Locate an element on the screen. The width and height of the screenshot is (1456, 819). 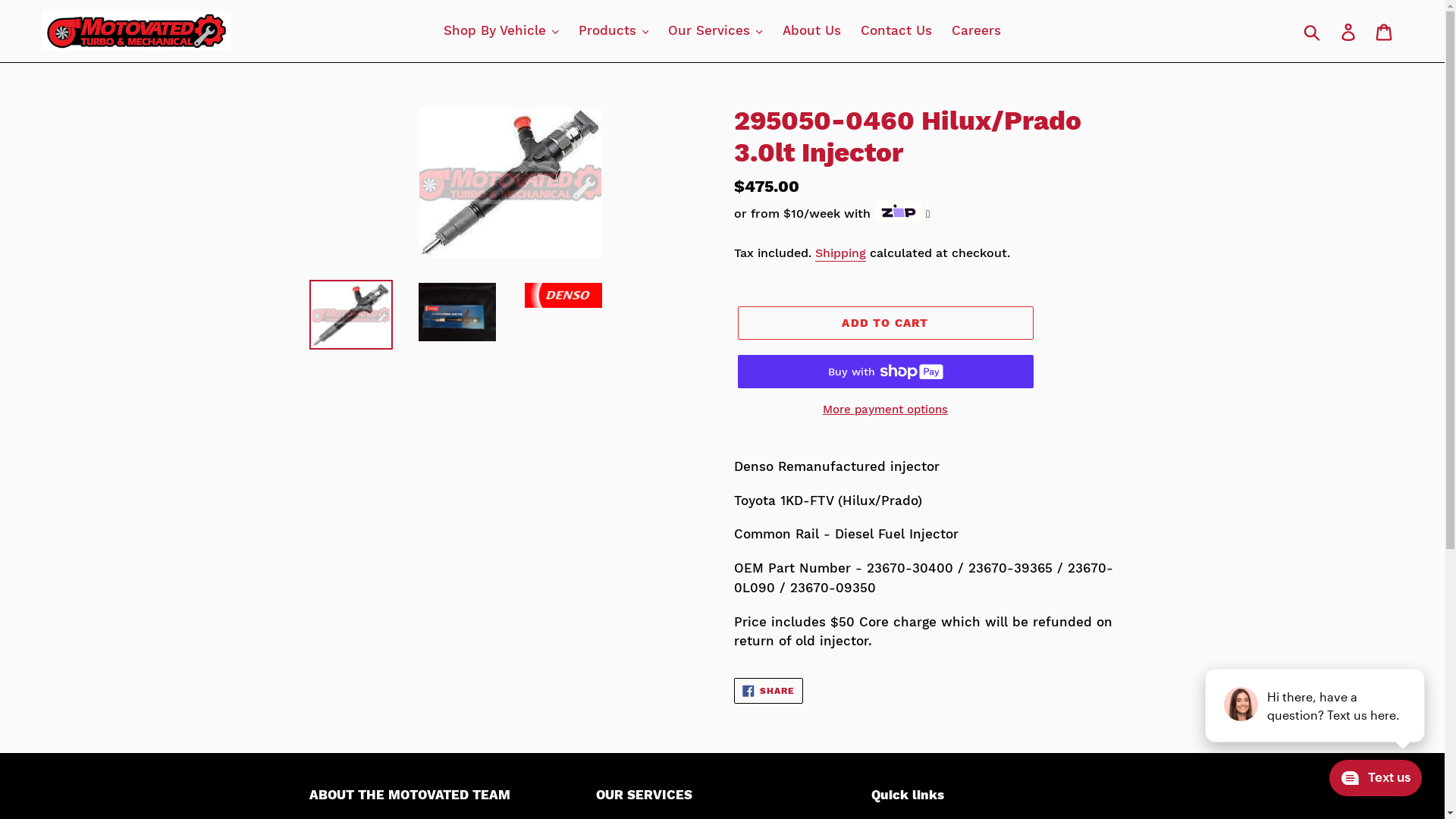
'Log in' is located at coordinates (1349, 31).